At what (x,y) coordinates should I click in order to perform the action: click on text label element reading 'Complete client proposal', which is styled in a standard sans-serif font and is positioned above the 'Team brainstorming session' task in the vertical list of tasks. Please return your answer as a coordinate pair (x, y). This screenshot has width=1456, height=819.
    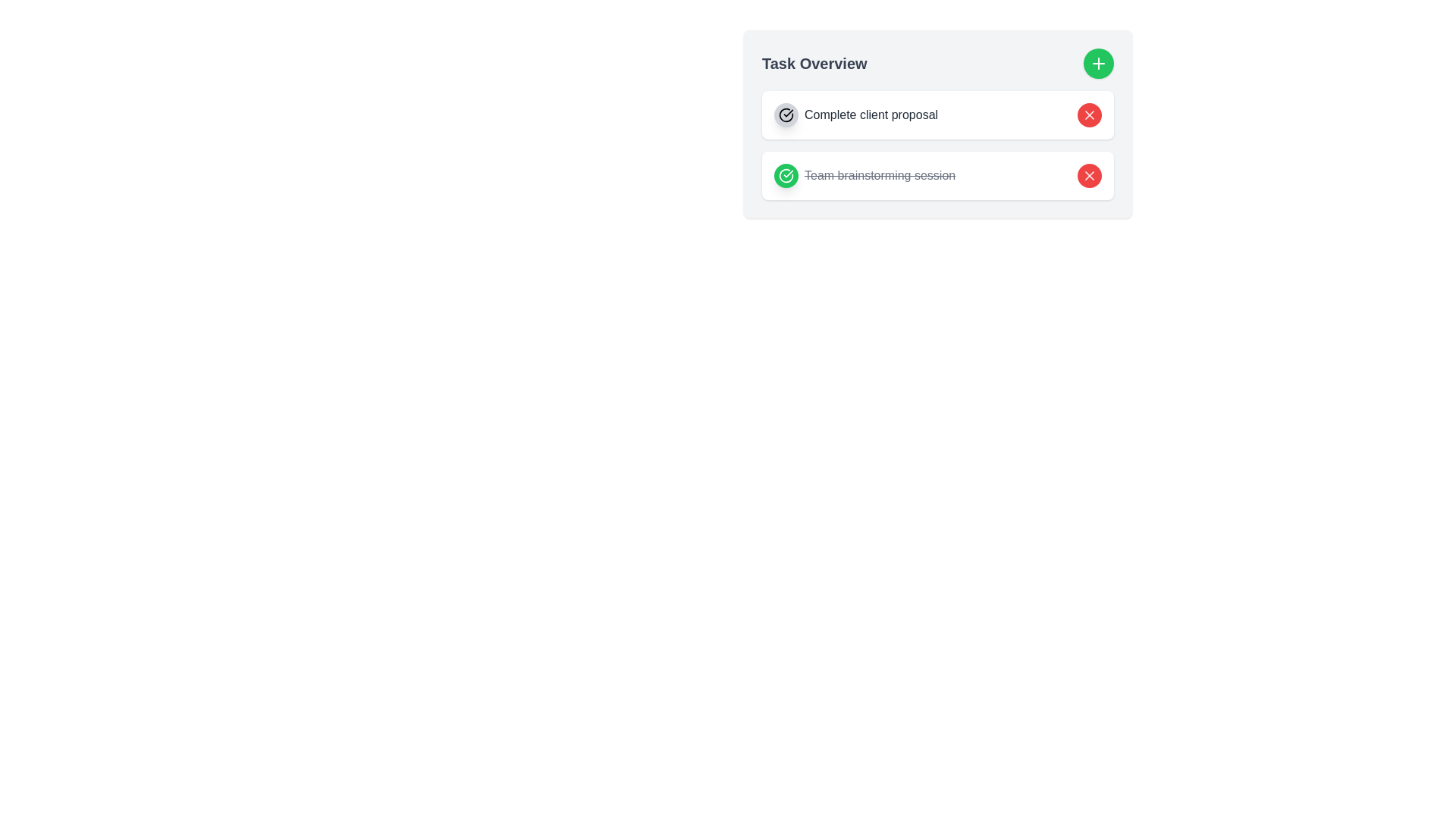
    Looking at the image, I should click on (855, 114).